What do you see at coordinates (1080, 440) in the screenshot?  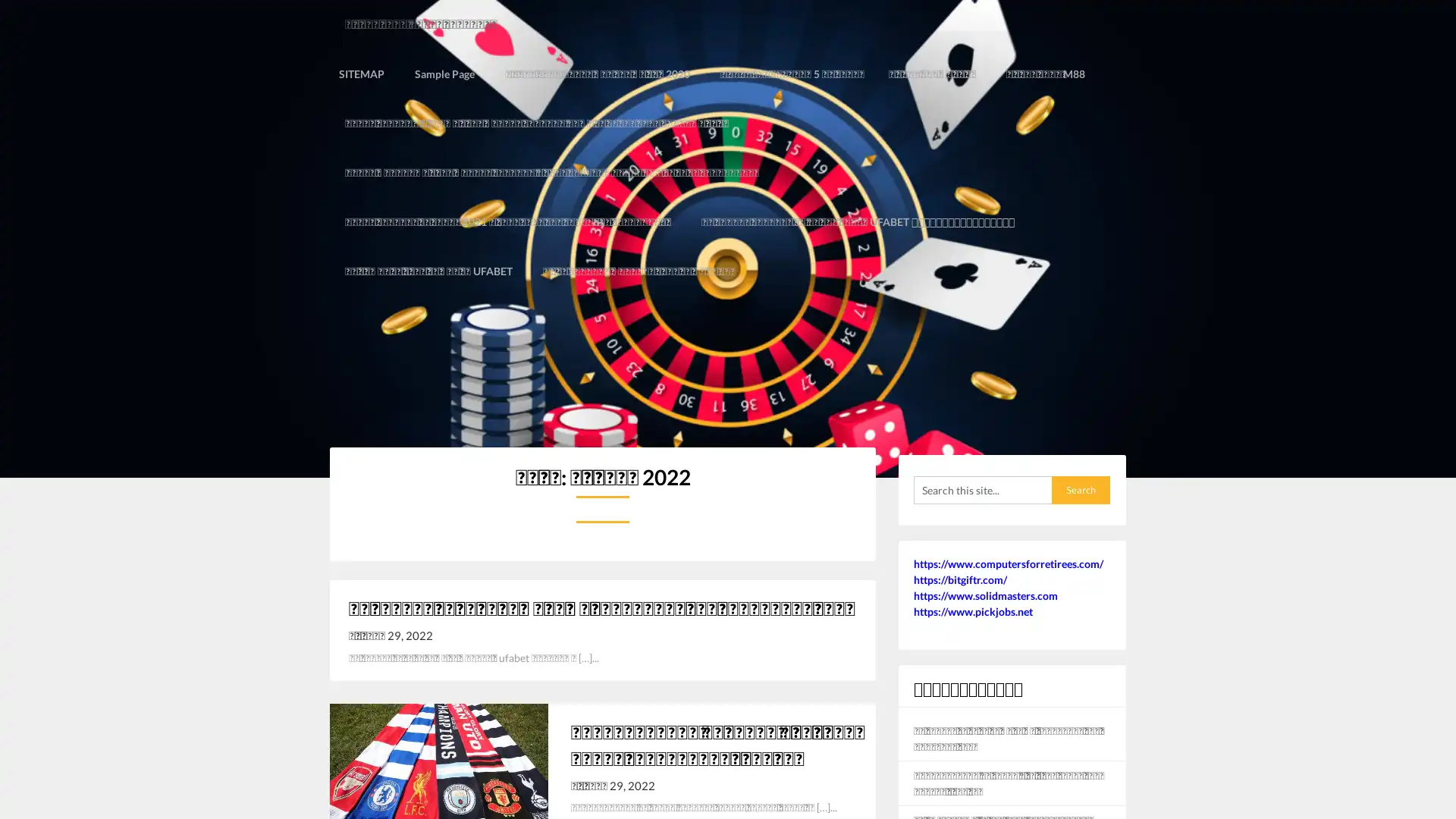 I see `Search` at bounding box center [1080, 440].